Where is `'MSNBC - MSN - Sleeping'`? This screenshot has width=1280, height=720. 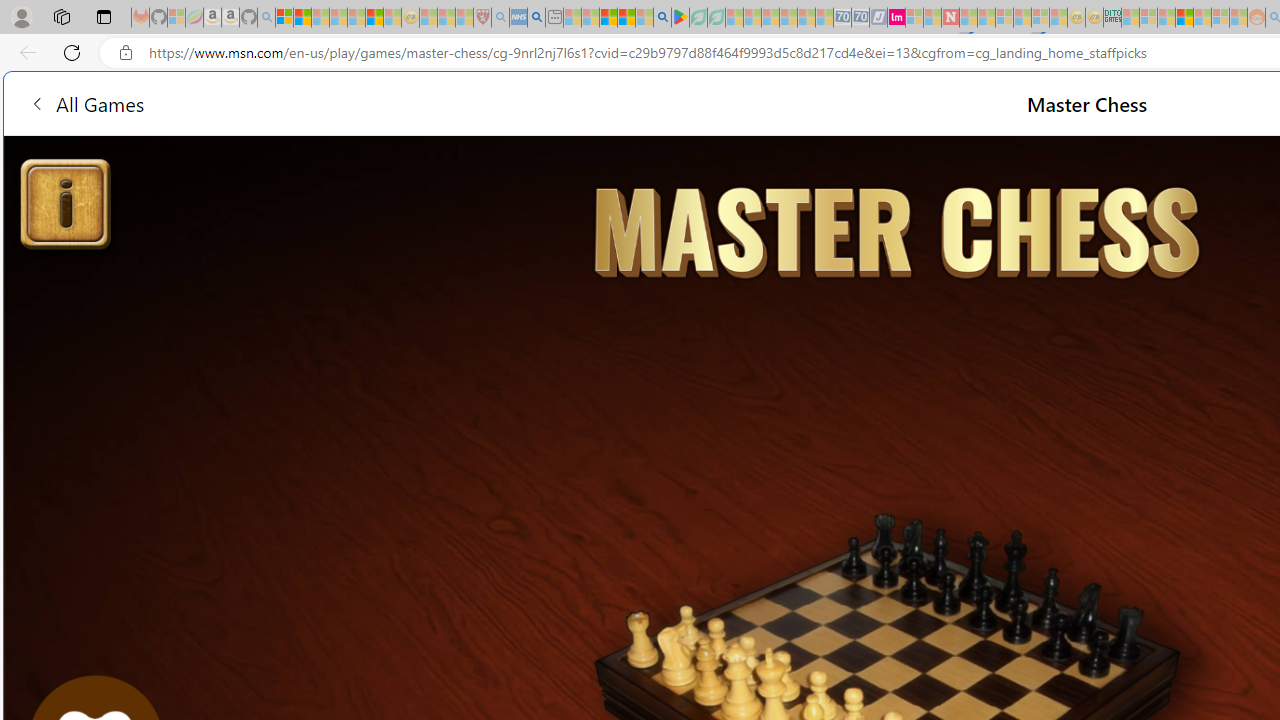
'MSNBC - MSN - Sleeping' is located at coordinates (1130, 17).